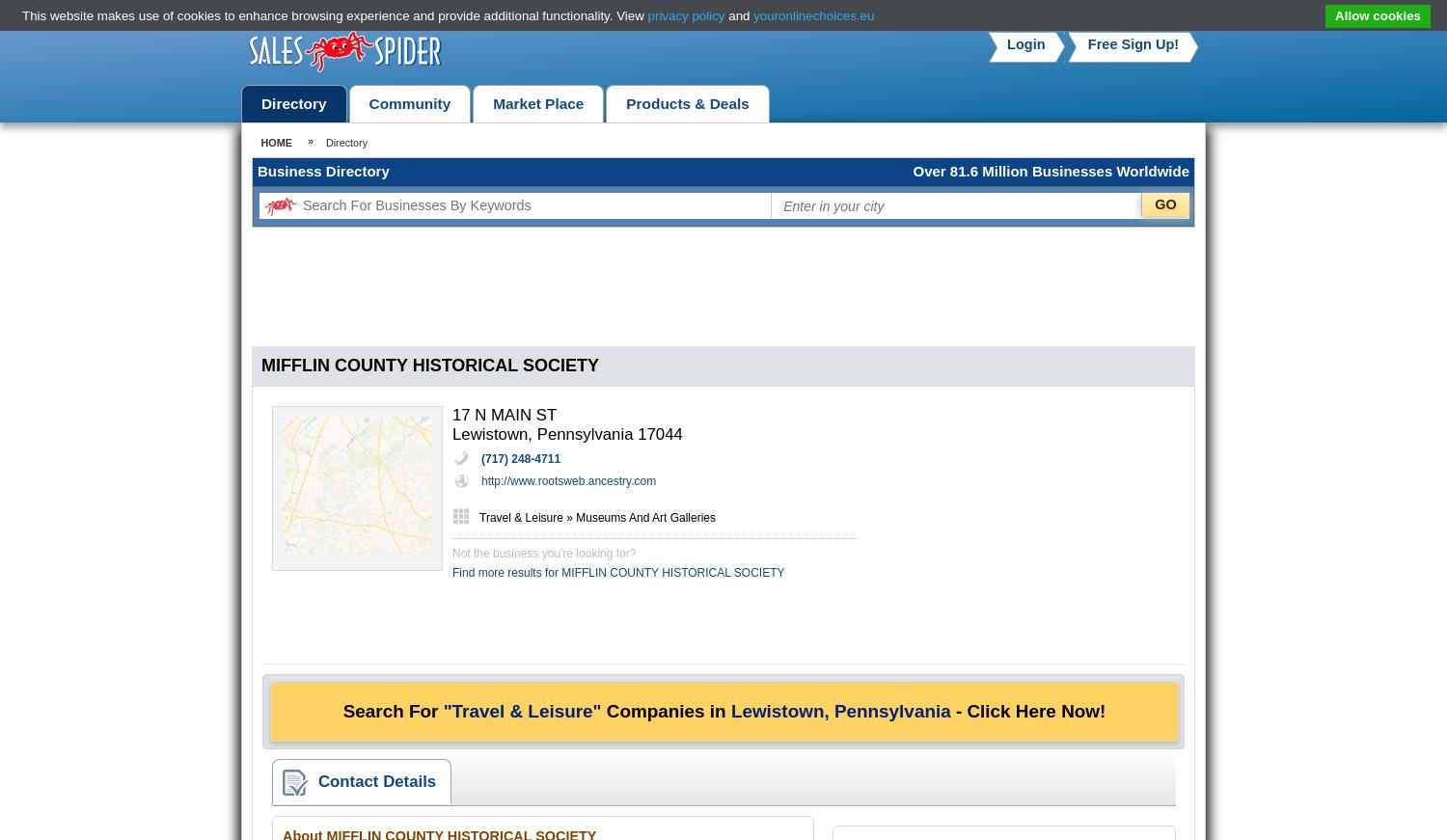 Image resolution: width=1447 pixels, height=840 pixels. Describe the element at coordinates (660, 434) in the screenshot. I see `'17044'` at that location.